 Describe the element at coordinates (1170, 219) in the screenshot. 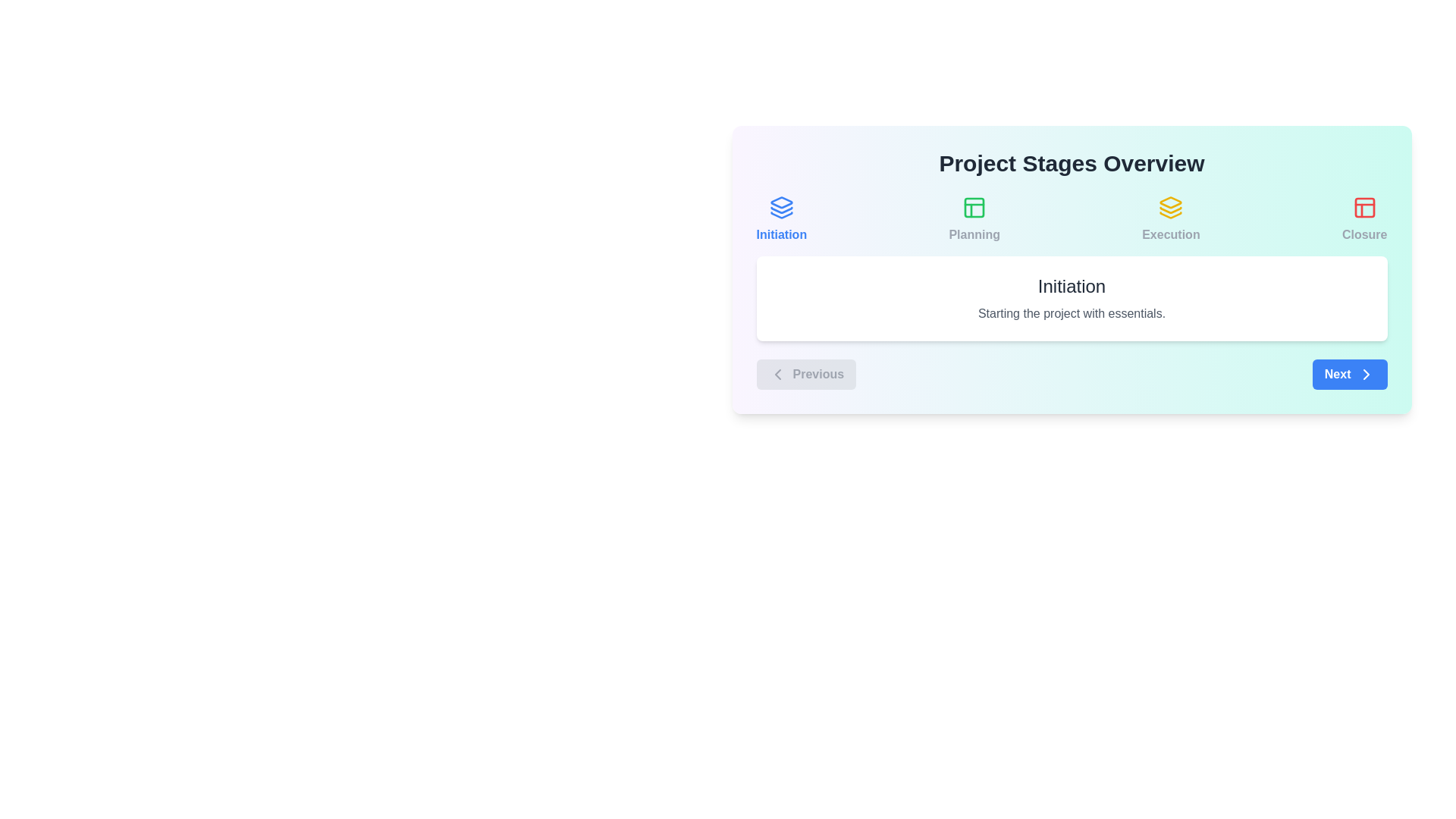

I see `the 'Execution' icon and text element, which is a vertically aligned pair consisting of a yellow outlined stack of shapes and the word 'Execution' in light gray, located in the third column of the 'Project Stages Overview'` at that location.